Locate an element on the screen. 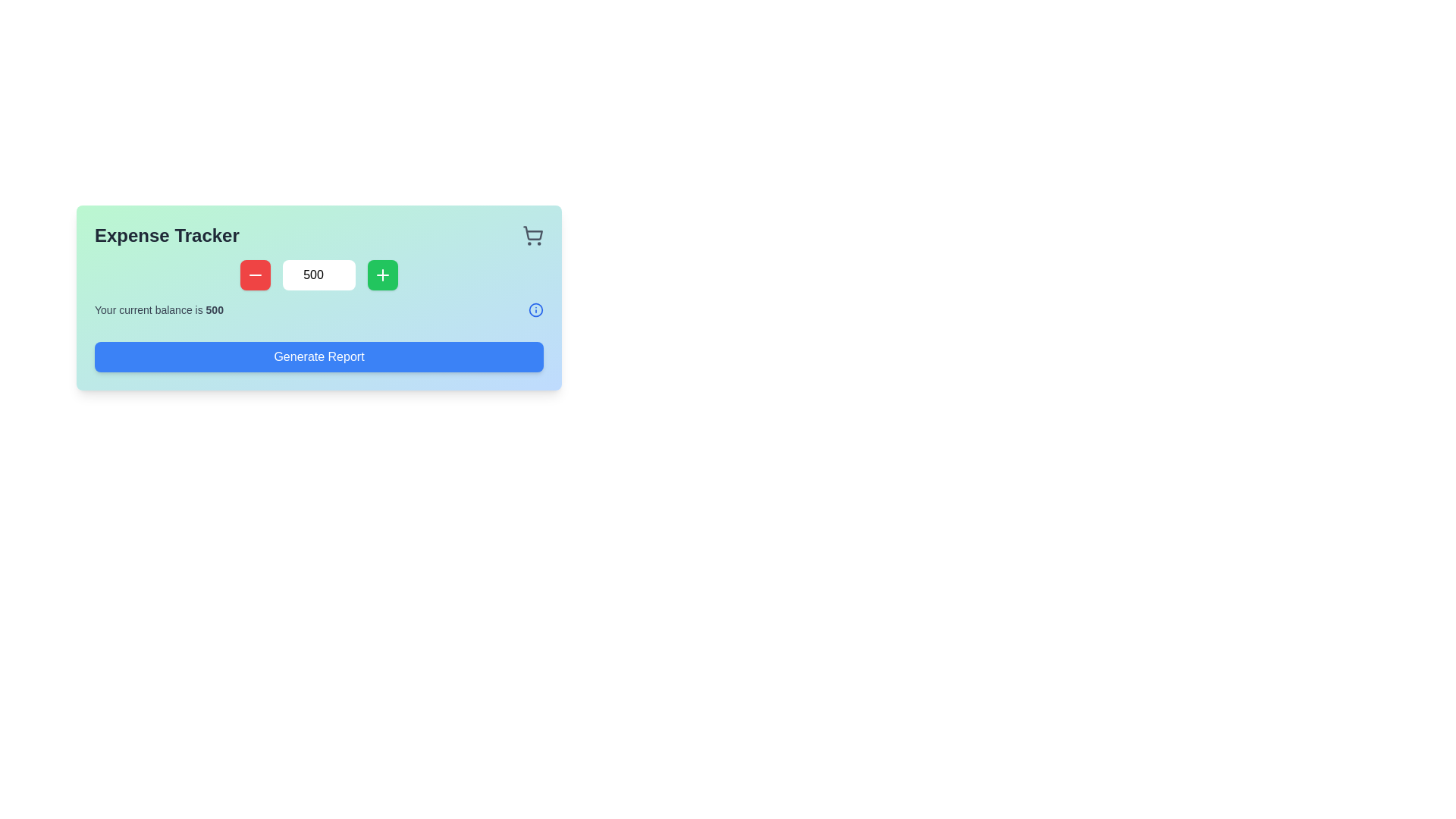 This screenshot has height=819, width=1456. the numerical input field to focus on it, which is currently set to 500 and is located centrally between a red minus button and a green plus button is located at coordinates (318, 275).